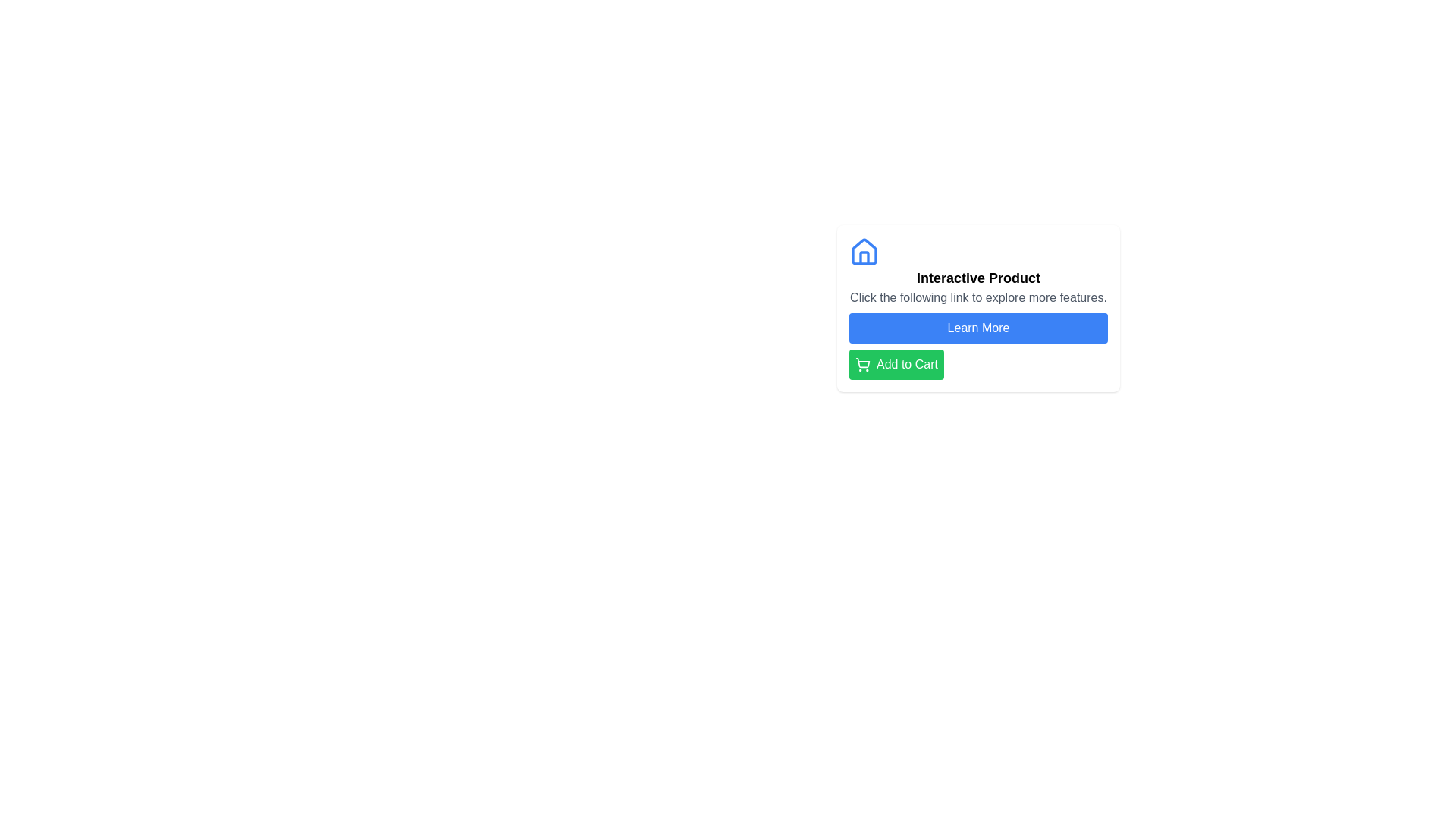  I want to click on the house-shaped icon located above the text 'Interactive Product' in the UI card to access surrounding interactive elements, so click(864, 256).